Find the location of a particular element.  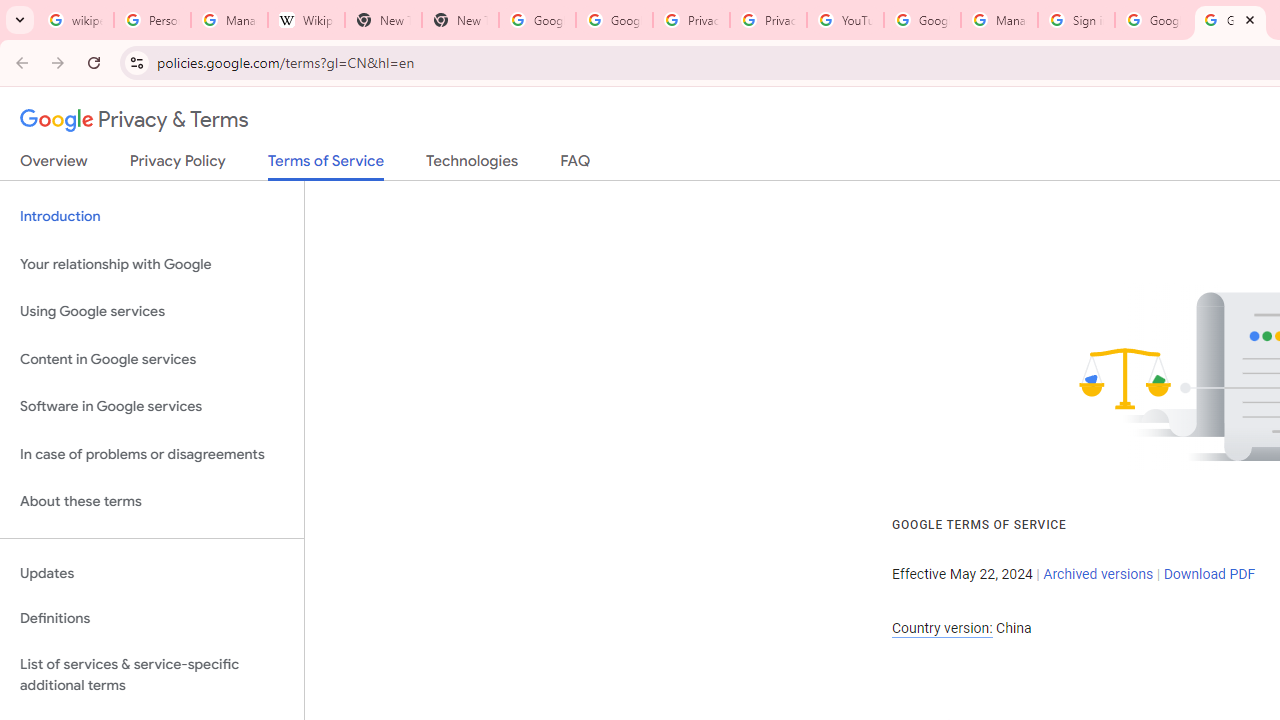

'Privacy & Terms' is located at coordinates (134, 120).